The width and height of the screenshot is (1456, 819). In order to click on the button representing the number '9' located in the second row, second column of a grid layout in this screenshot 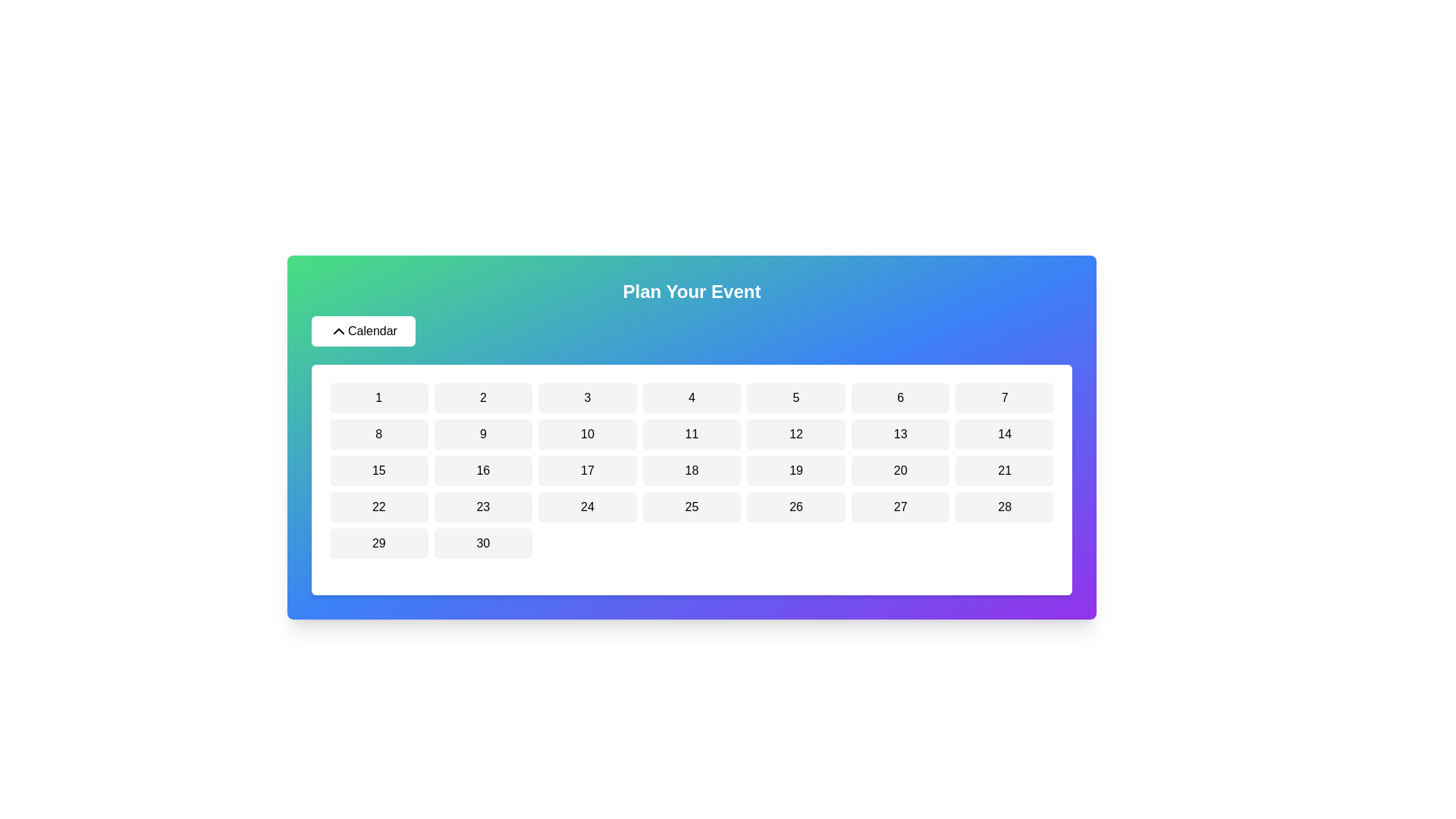, I will do `click(482, 435)`.